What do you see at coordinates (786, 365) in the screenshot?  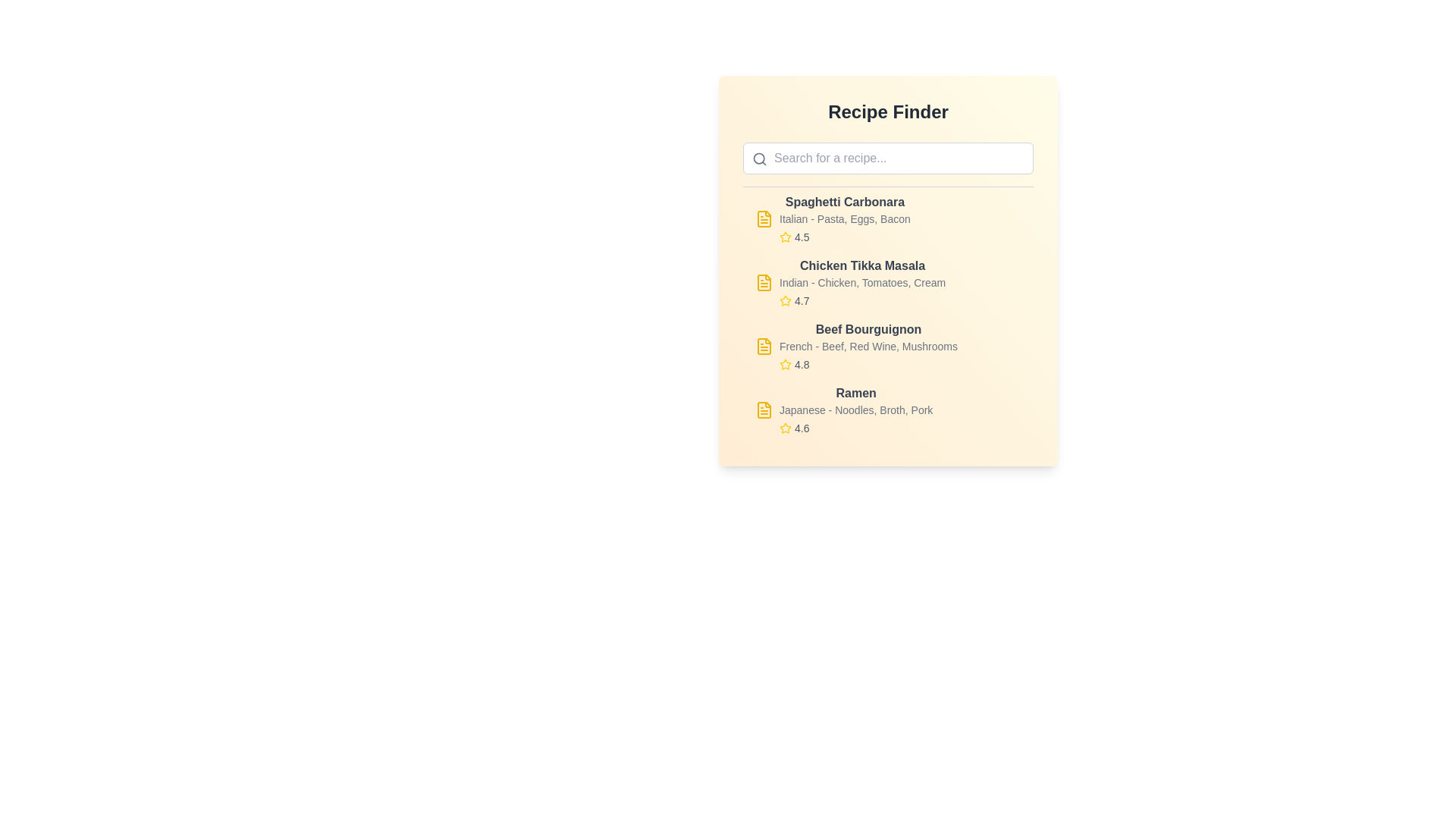 I see `the star icon representing the rating for the recipe 'Beef Bourguignon', which is visually indicating a rating of '4.8'` at bounding box center [786, 365].